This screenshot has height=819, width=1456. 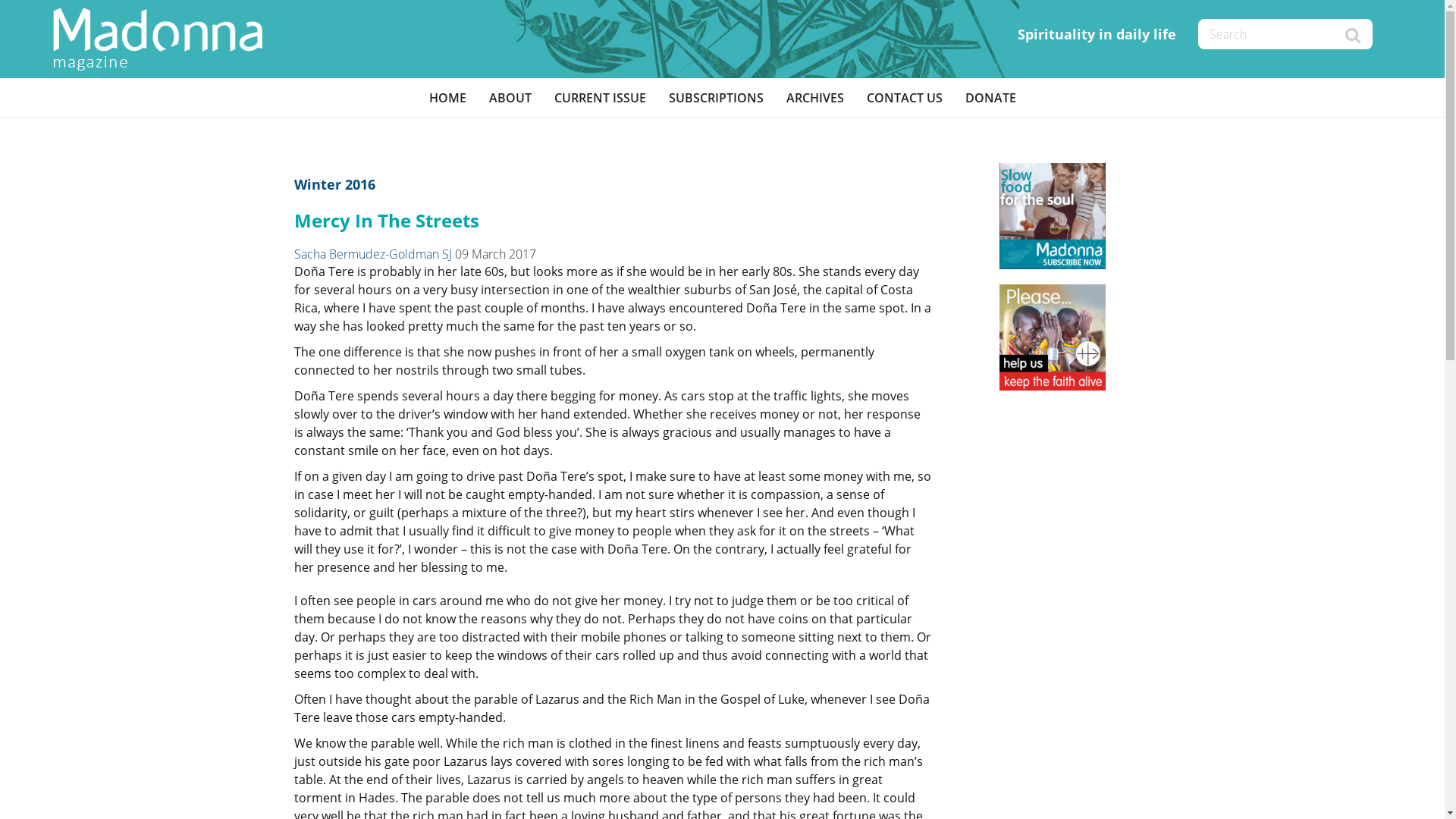 I want to click on 'SUBSCRIPTIONS', so click(x=714, y=97).